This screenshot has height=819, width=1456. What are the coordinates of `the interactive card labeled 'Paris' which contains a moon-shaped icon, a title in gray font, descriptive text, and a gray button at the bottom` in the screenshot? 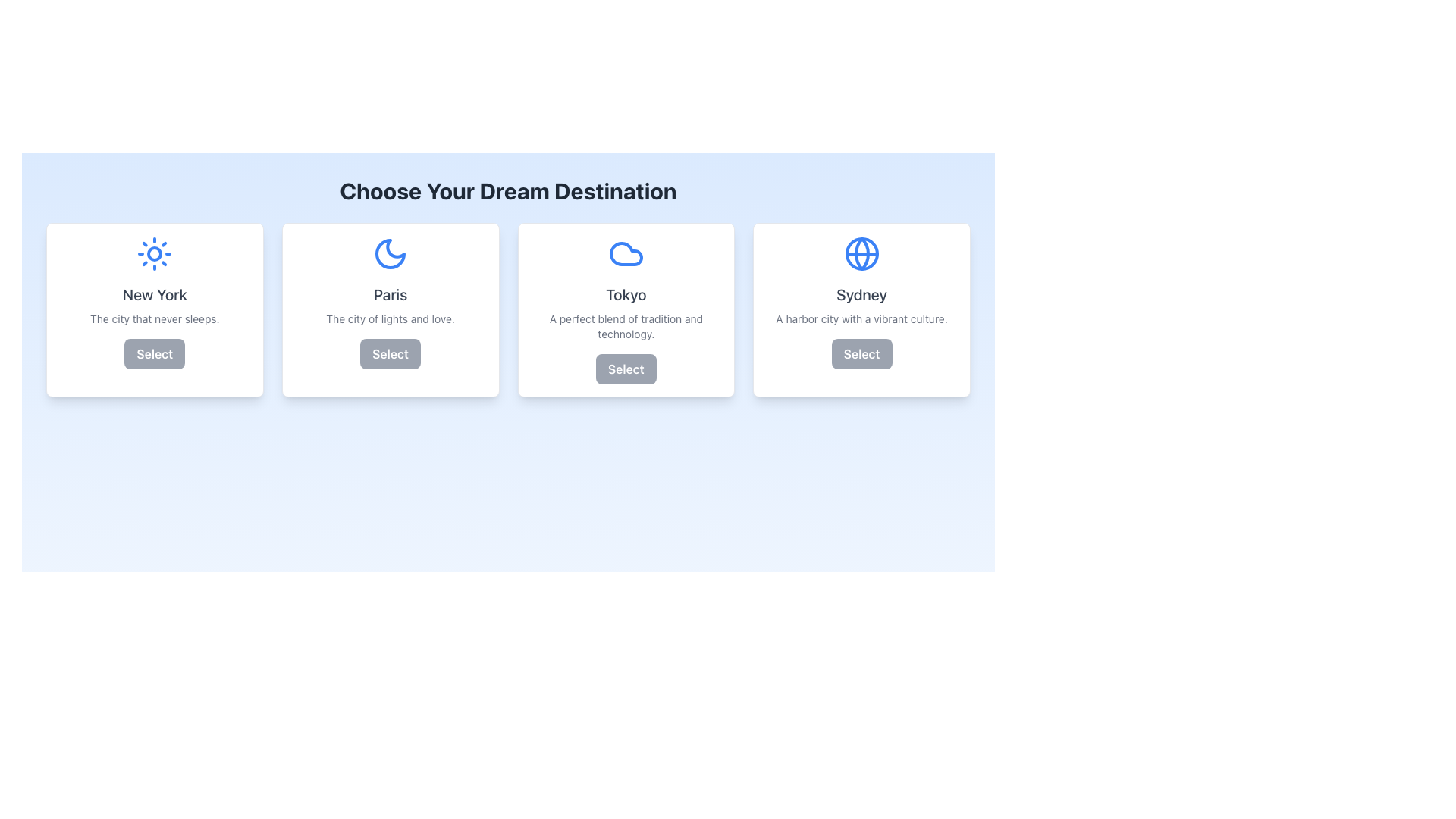 It's located at (391, 309).